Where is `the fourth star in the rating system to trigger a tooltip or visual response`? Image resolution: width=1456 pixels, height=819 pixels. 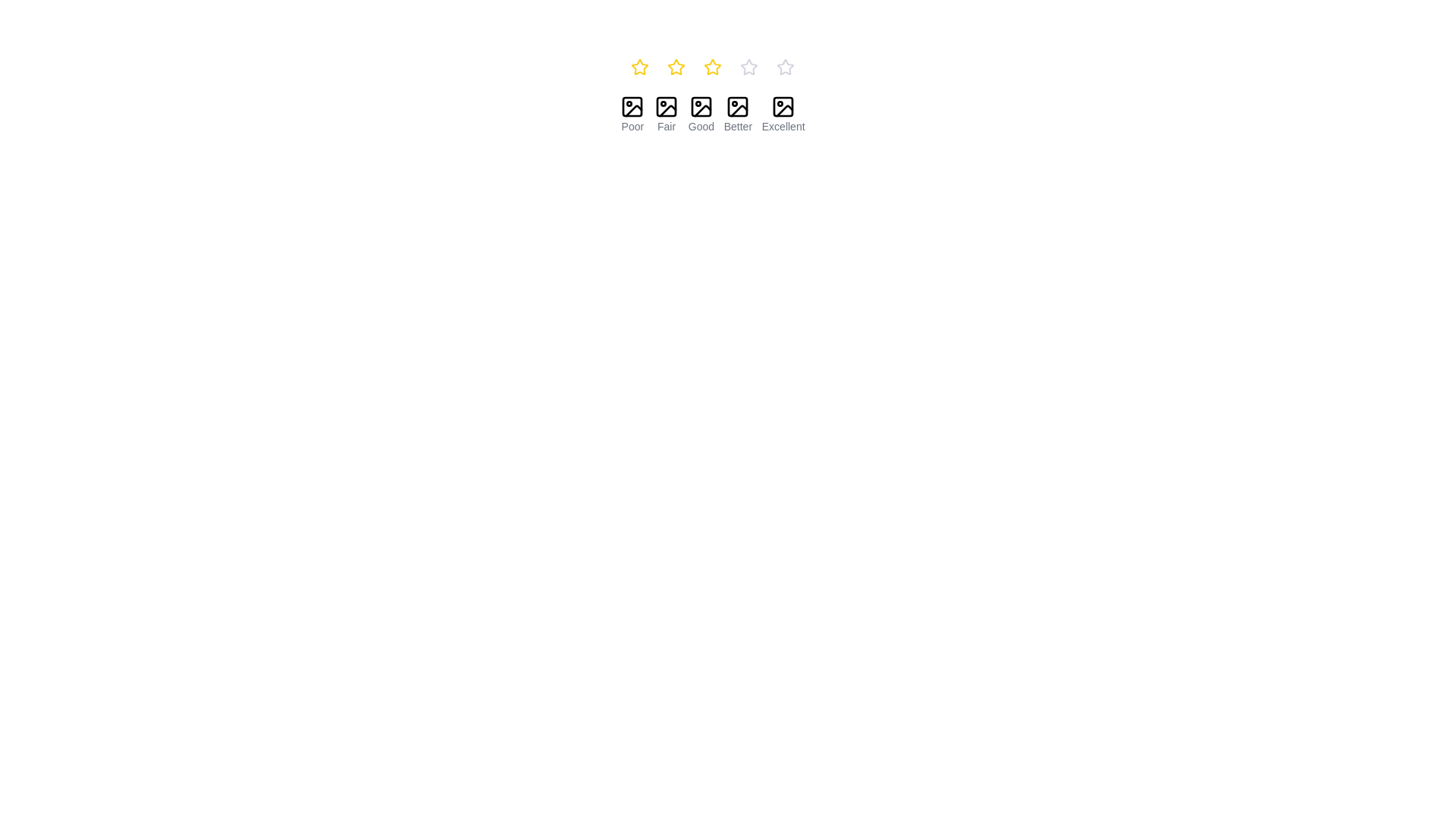 the fourth star in the rating system to trigger a tooltip or visual response is located at coordinates (786, 66).